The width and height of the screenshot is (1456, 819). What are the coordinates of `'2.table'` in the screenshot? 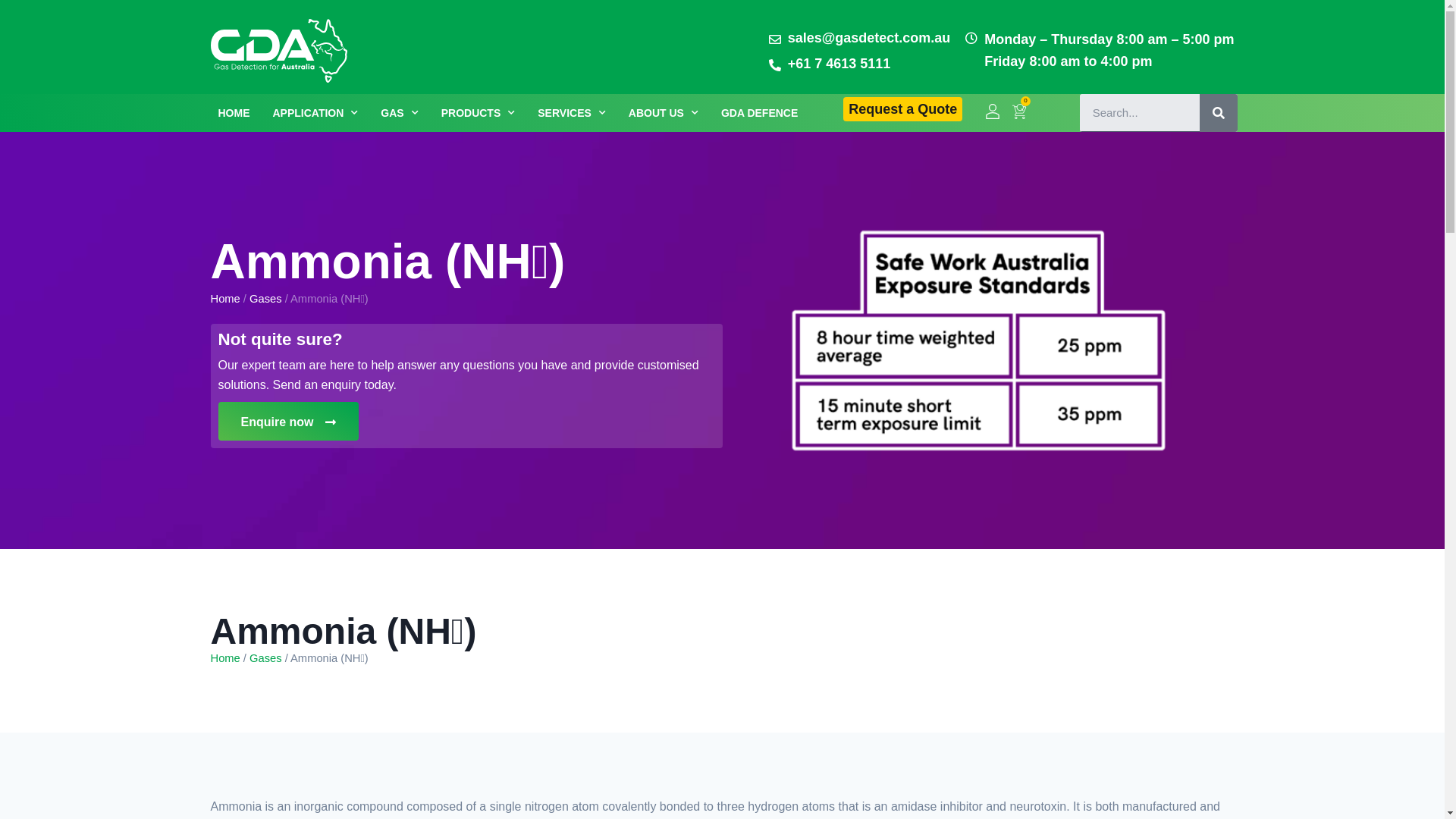 It's located at (978, 339).